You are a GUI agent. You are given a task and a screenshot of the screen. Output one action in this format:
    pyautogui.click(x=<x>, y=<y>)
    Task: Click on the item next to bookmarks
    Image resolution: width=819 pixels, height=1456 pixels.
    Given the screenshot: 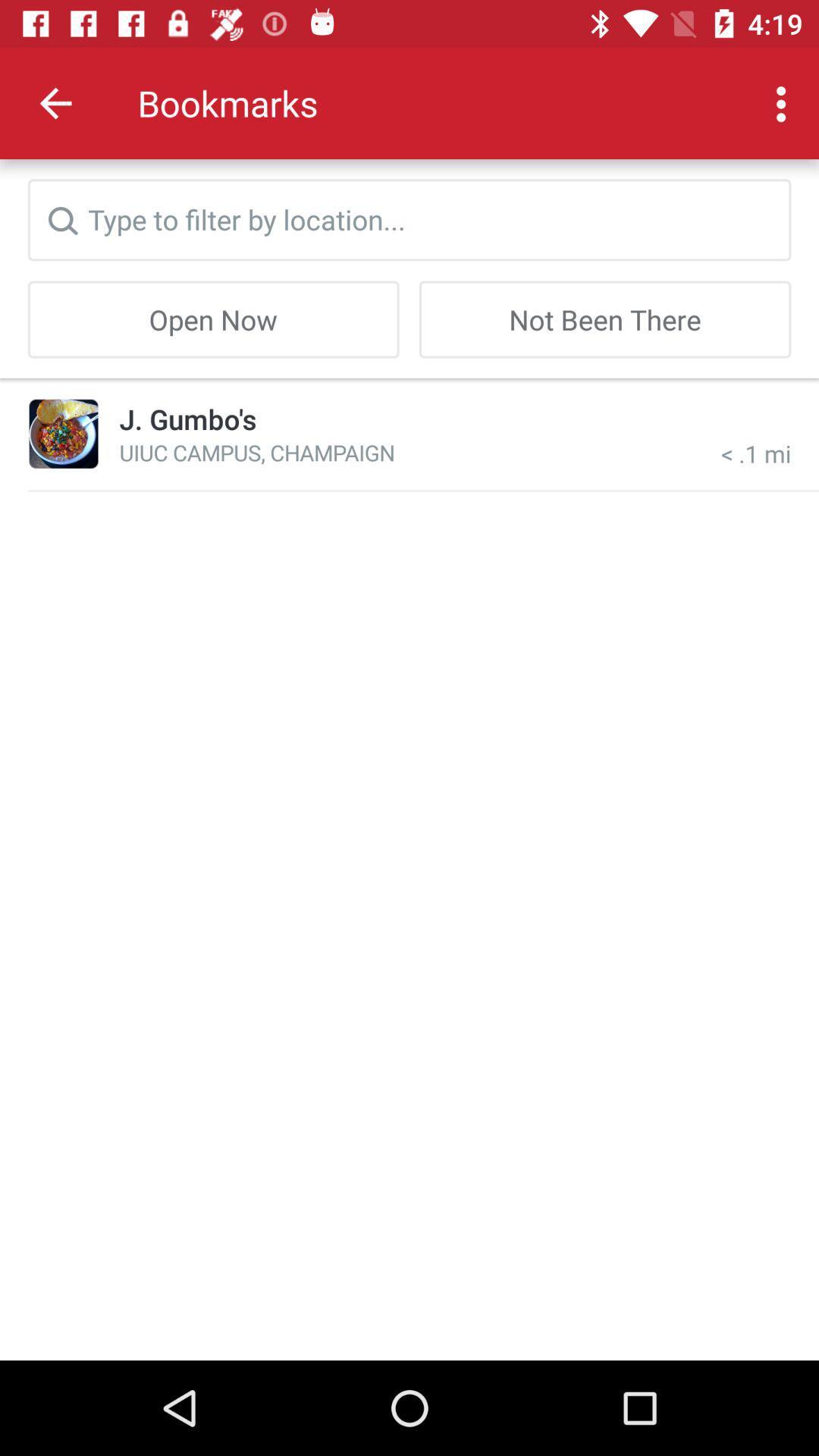 What is the action you would take?
    pyautogui.click(x=55, y=102)
    